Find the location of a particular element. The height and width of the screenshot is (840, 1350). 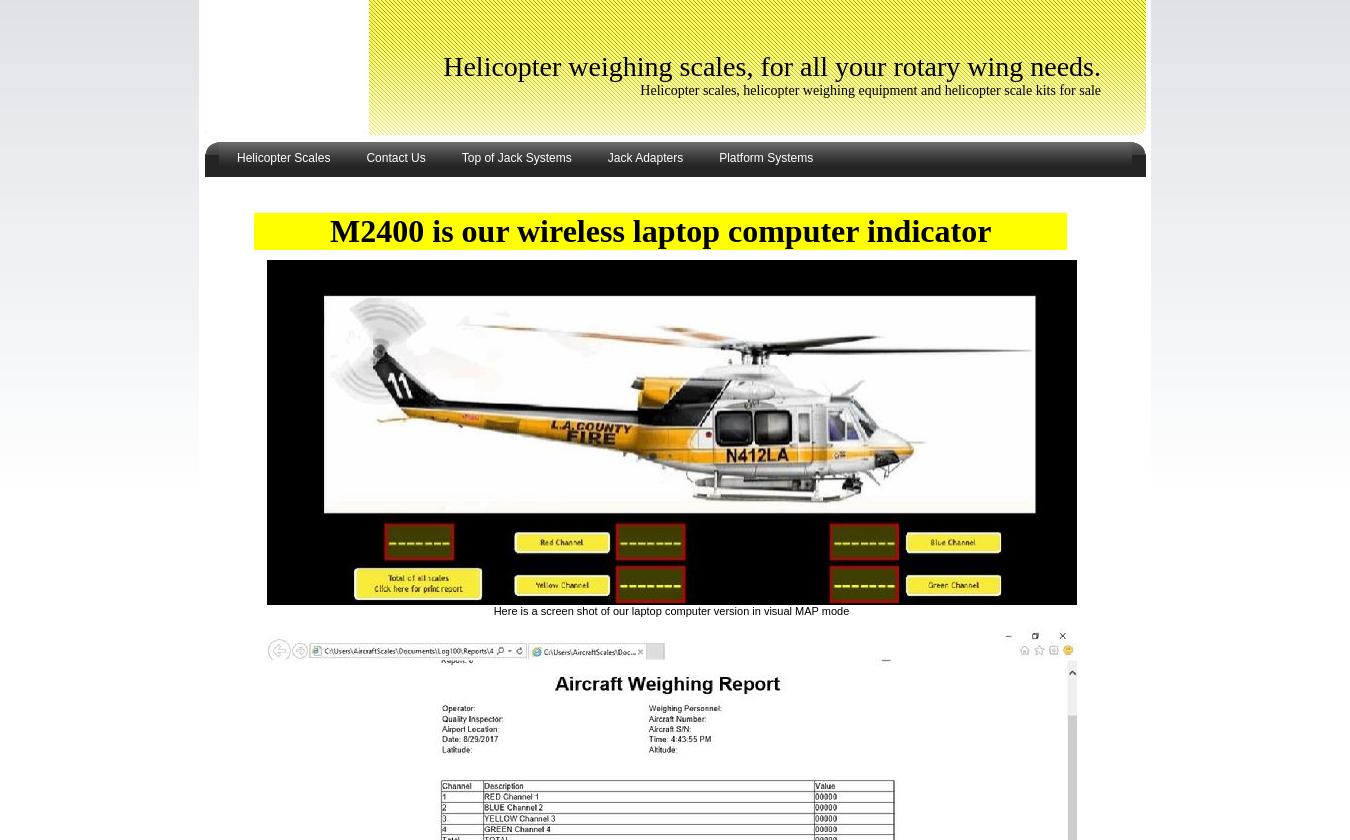

'Helicopter Scales' is located at coordinates (282, 158).